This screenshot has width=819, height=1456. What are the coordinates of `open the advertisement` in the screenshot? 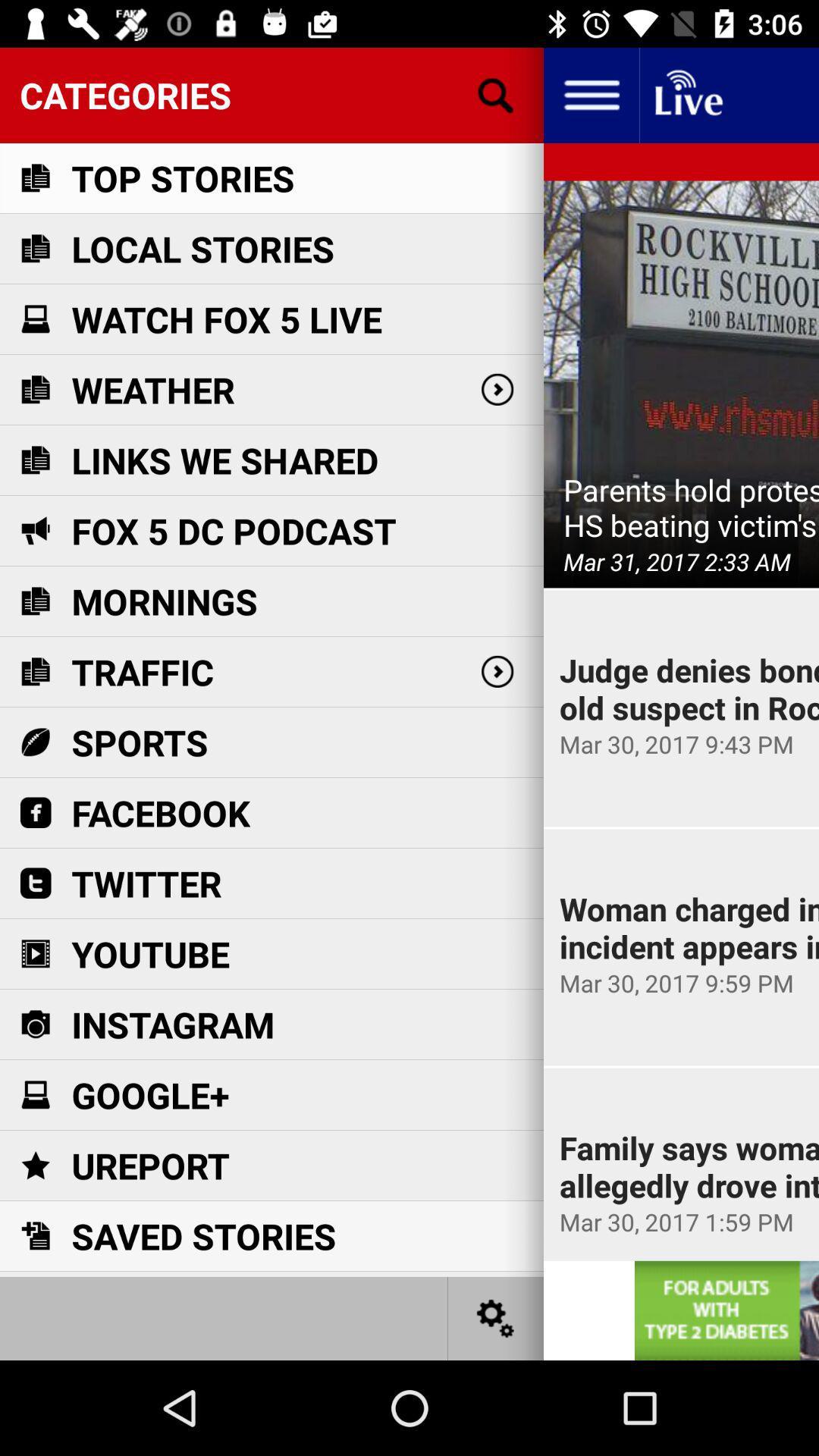 It's located at (726, 1310).